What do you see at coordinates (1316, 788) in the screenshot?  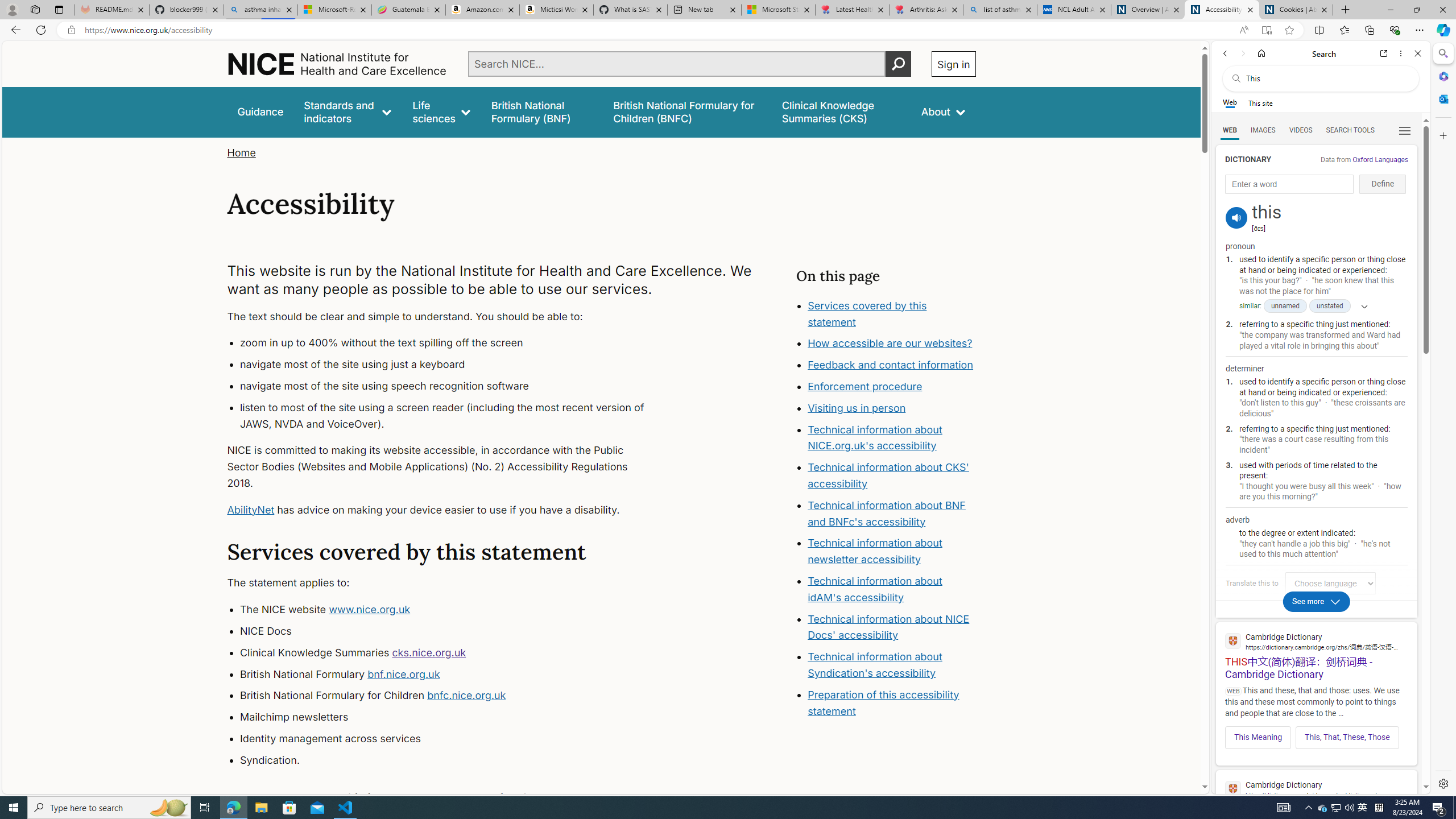 I see `'Cambridge Dictionary'` at bounding box center [1316, 788].